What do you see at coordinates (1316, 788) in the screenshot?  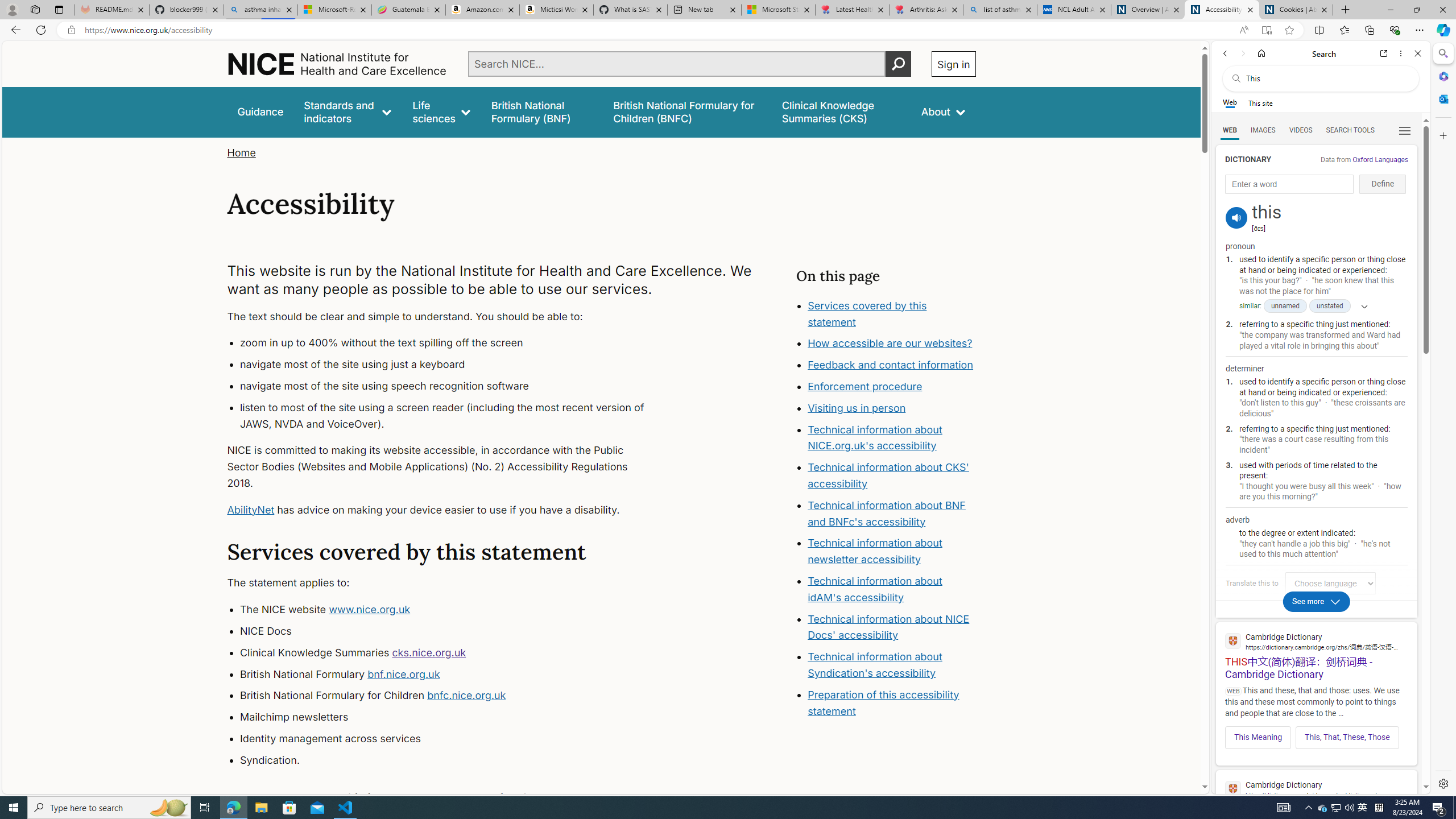 I see `'Cambridge Dictionary'` at bounding box center [1316, 788].